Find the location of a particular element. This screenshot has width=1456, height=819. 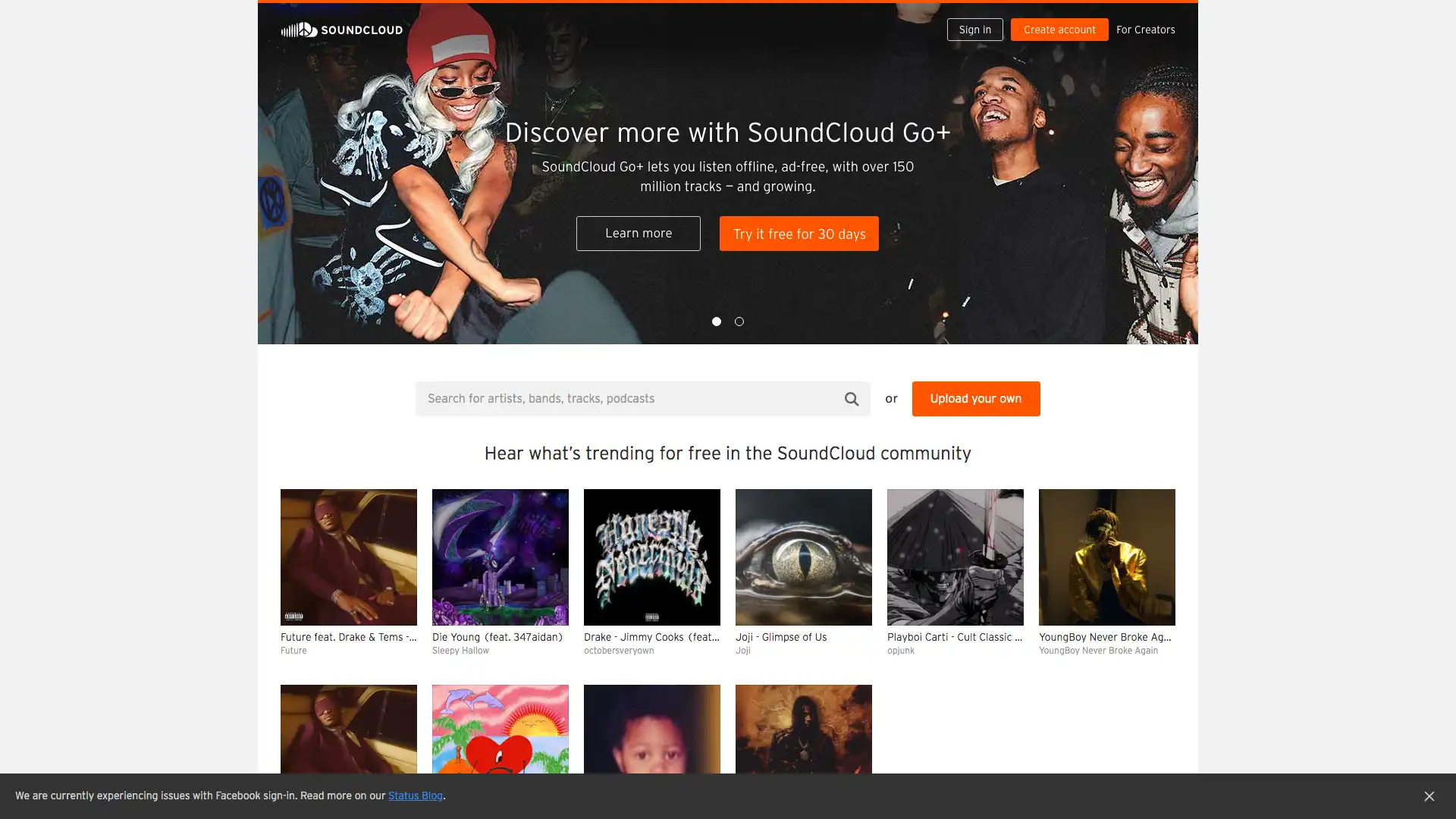

Search is located at coordinates (924, 17).